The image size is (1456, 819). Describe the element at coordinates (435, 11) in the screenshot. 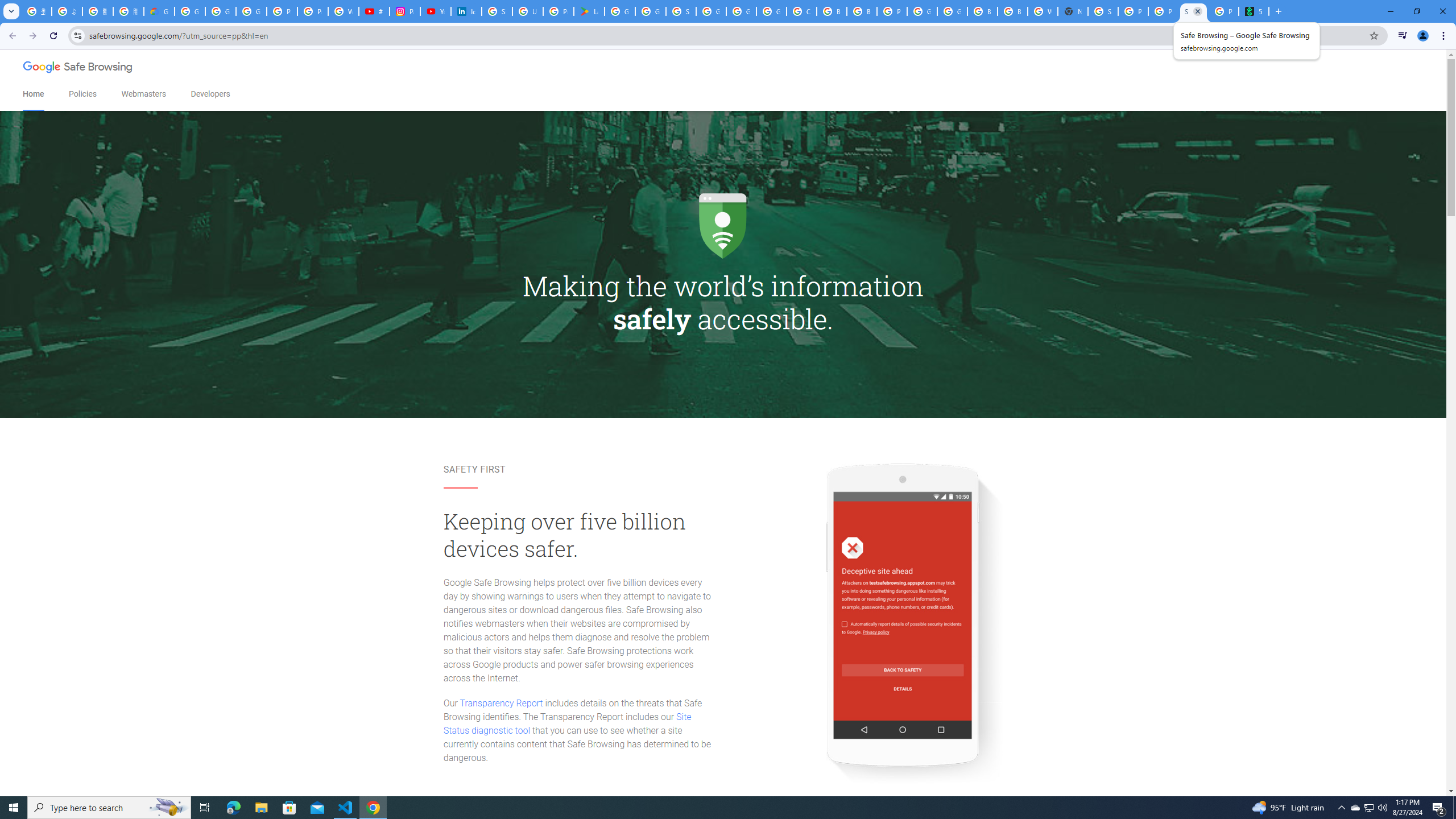

I see `'YouTube Culture & Trends - On The Rise: Handcam Videos'` at that location.